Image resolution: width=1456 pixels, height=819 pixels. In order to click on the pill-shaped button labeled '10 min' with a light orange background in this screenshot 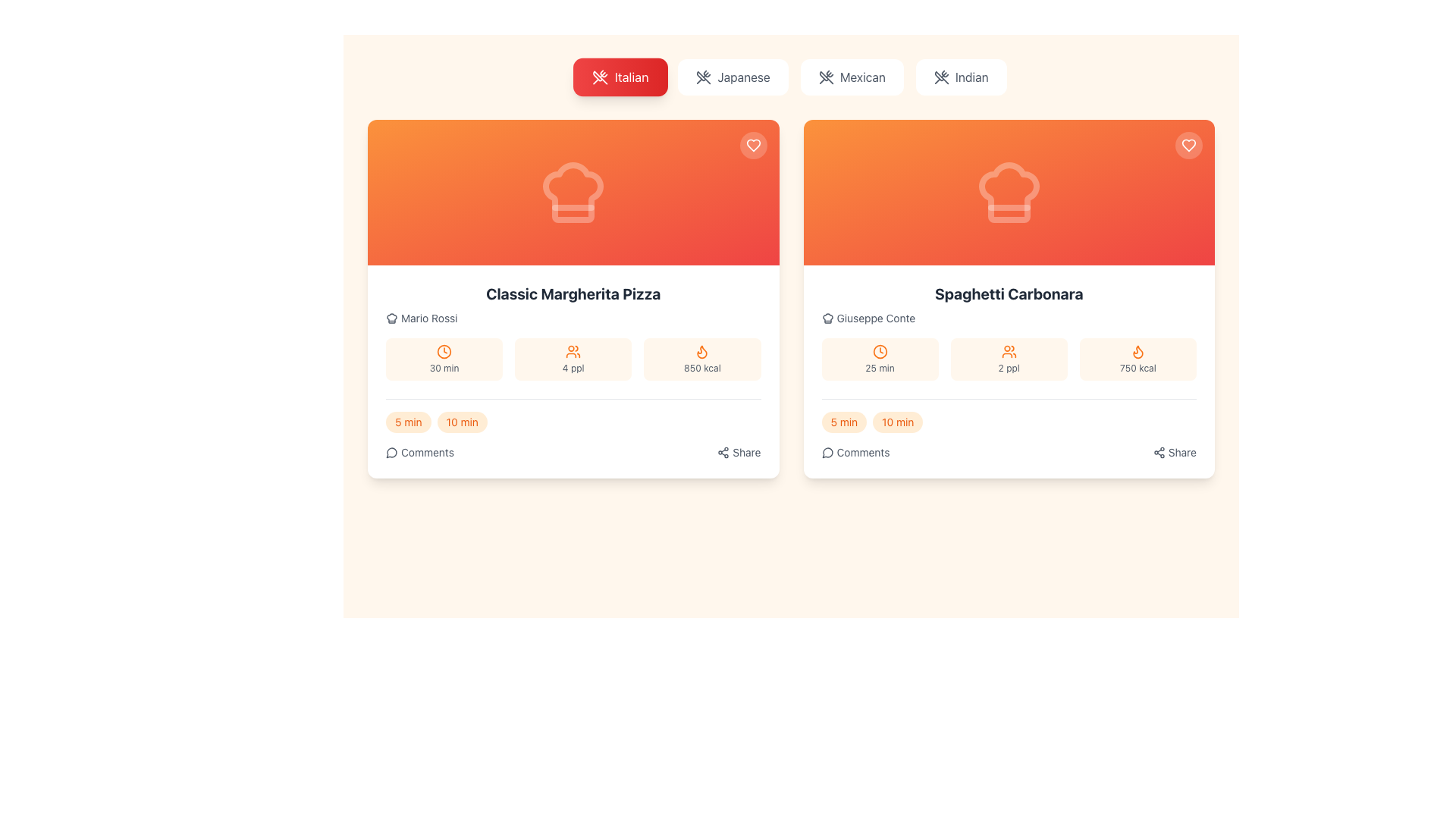, I will do `click(898, 422)`.